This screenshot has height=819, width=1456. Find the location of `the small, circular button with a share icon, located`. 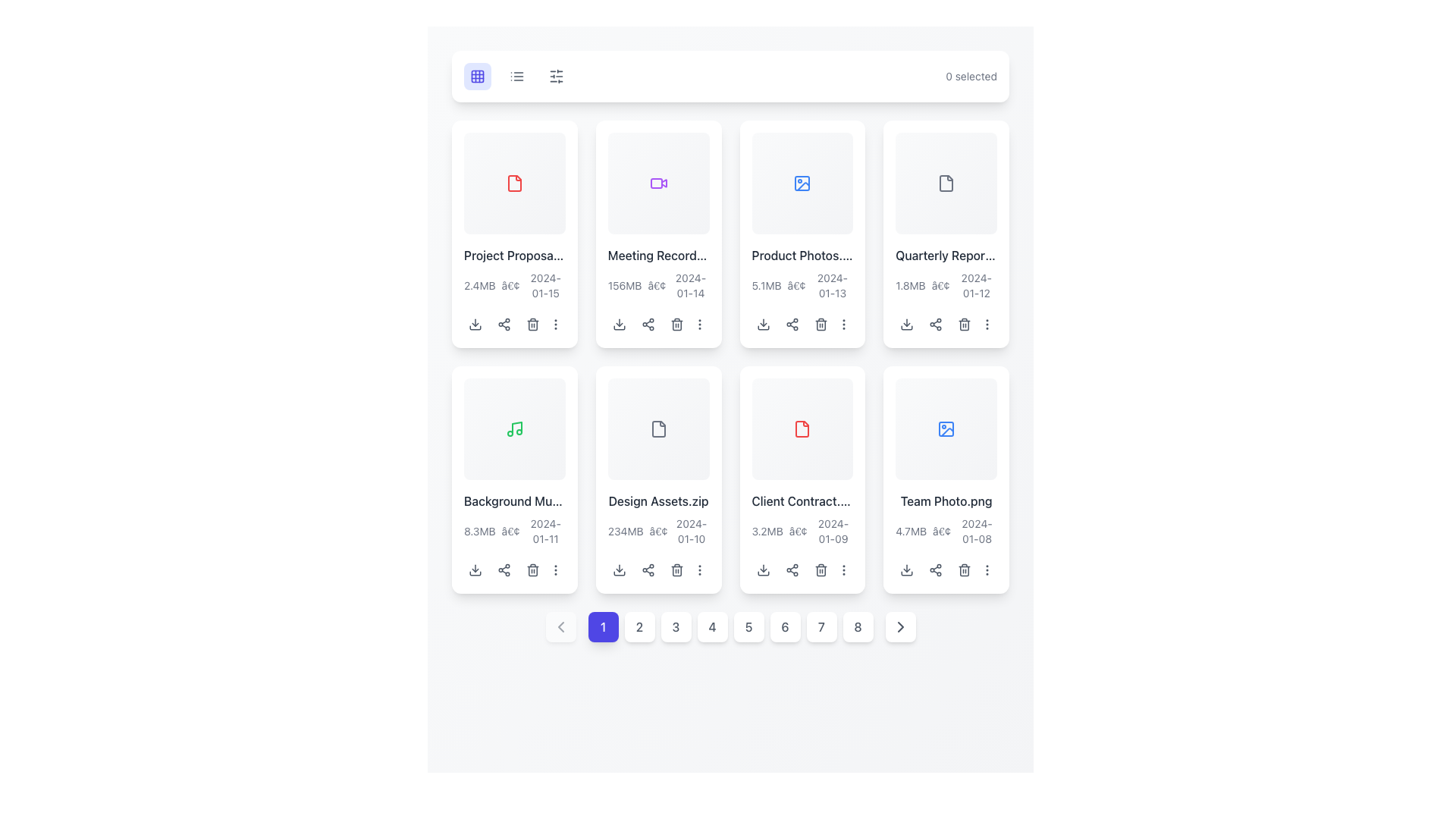

the small, circular button with a share icon, located is located at coordinates (648, 323).